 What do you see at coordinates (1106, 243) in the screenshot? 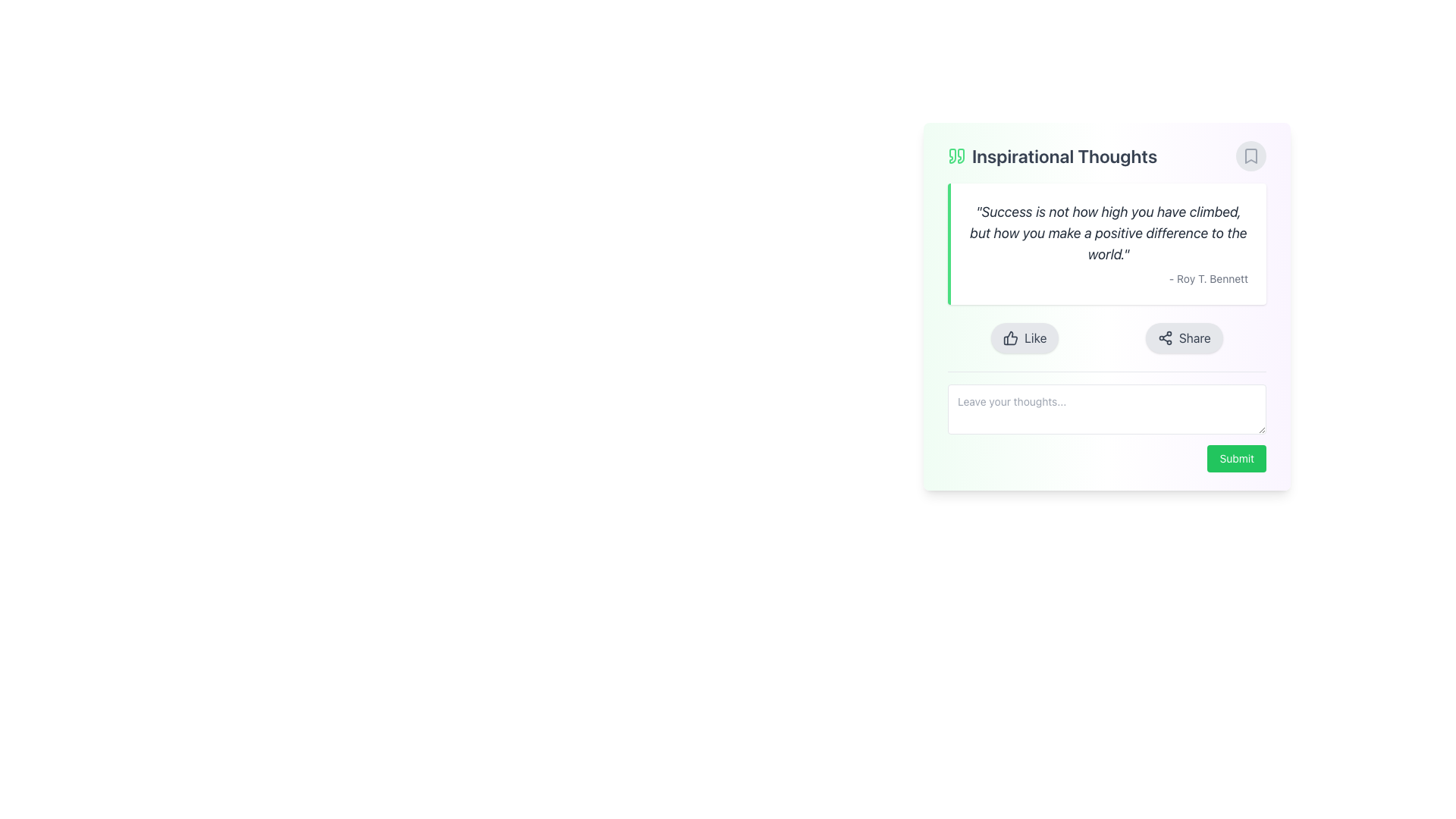
I see `the static text block displaying a motivational quote, located below the heading 'Inspirational Thoughts' and above the 'Like' and 'Share' buttons` at bounding box center [1106, 243].